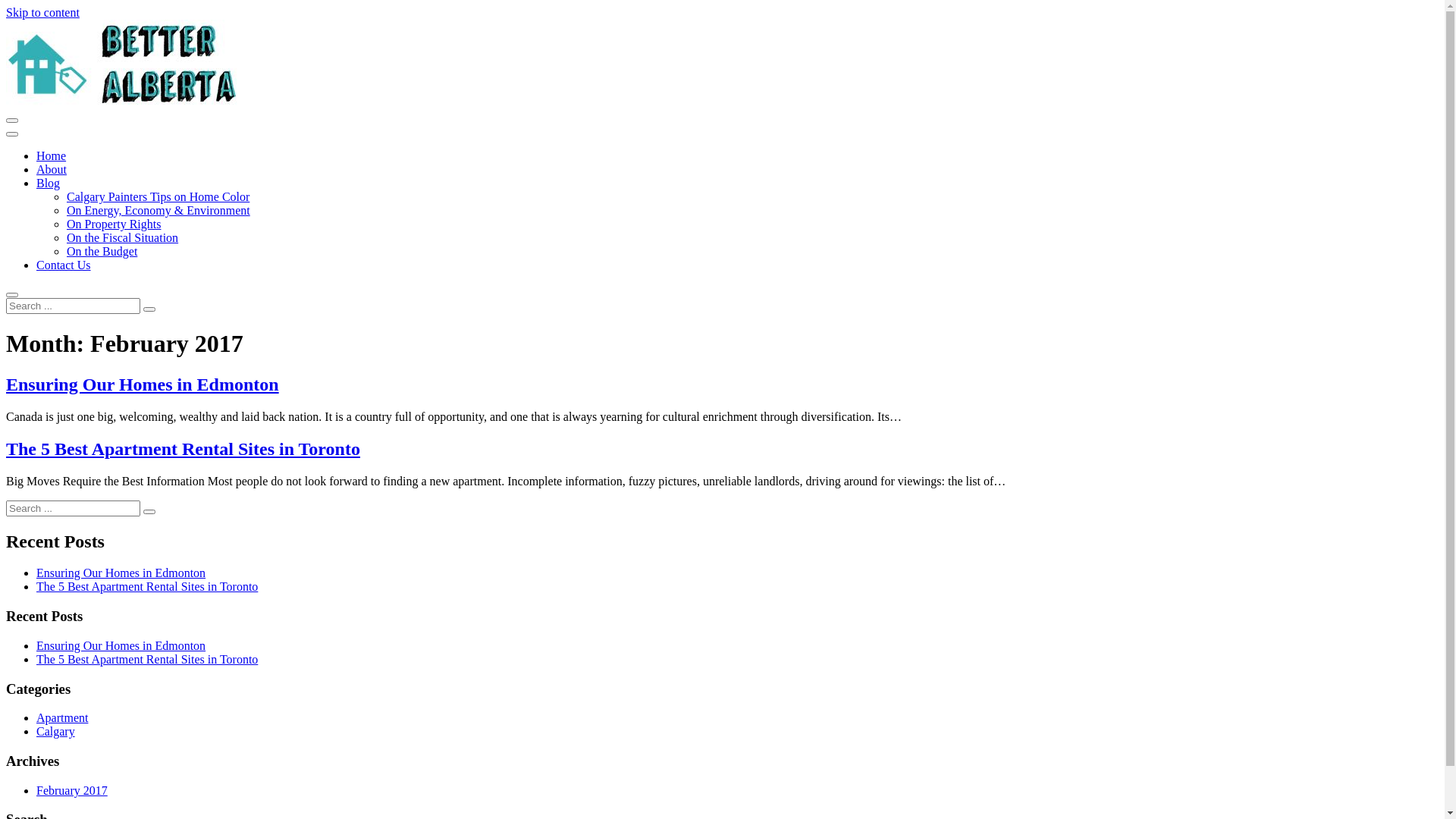 The height and width of the screenshot is (819, 1456). I want to click on 'On Energy, Economy & Environment', so click(158, 210).